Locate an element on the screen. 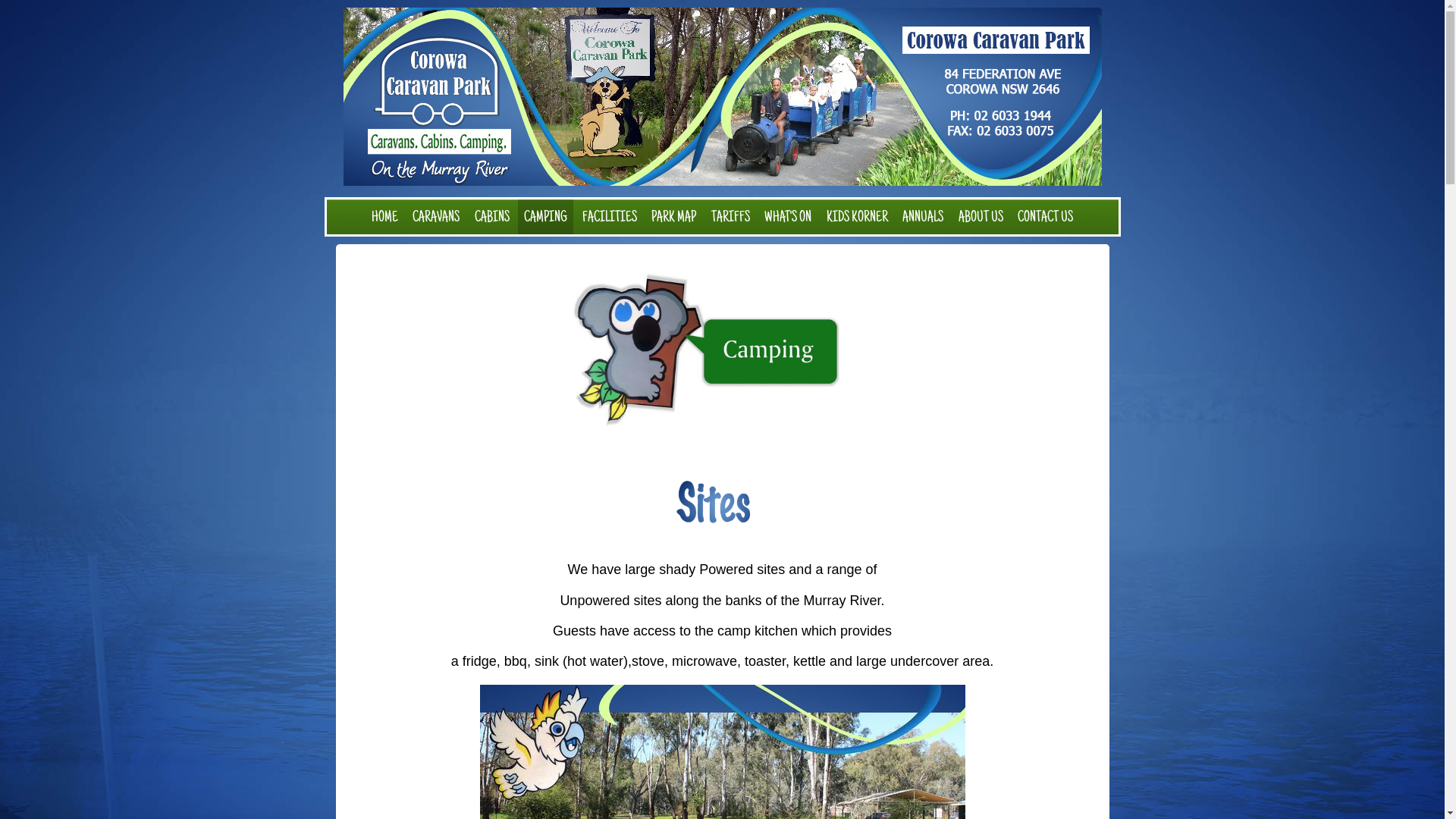 This screenshot has width=1456, height=819. 'WHAT'S ON' is located at coordinates (758, 217).